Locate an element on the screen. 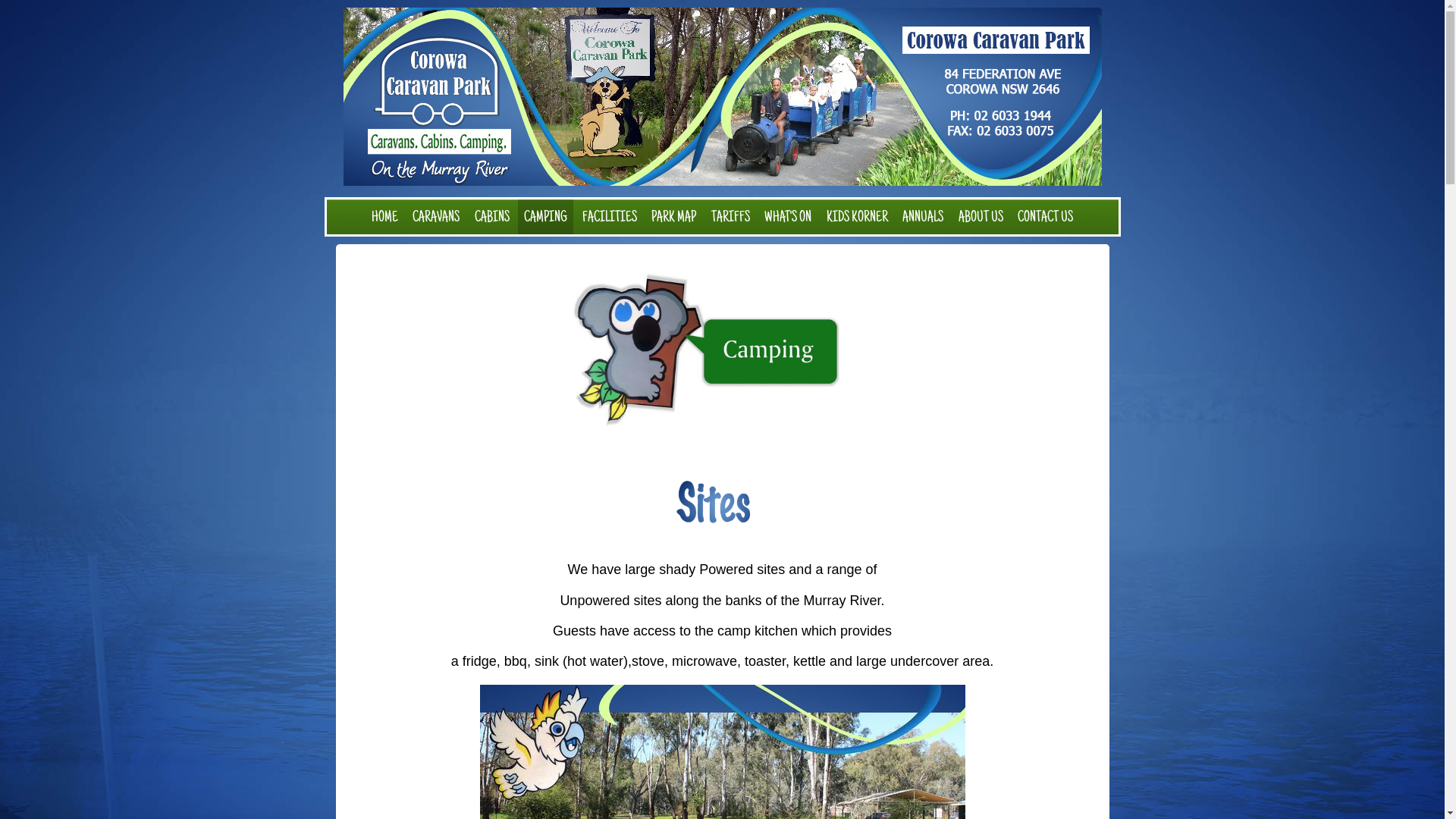 This screenshot has width=1456, height=819. 'WHAT'S ON' is located at coordinates (758, 217).